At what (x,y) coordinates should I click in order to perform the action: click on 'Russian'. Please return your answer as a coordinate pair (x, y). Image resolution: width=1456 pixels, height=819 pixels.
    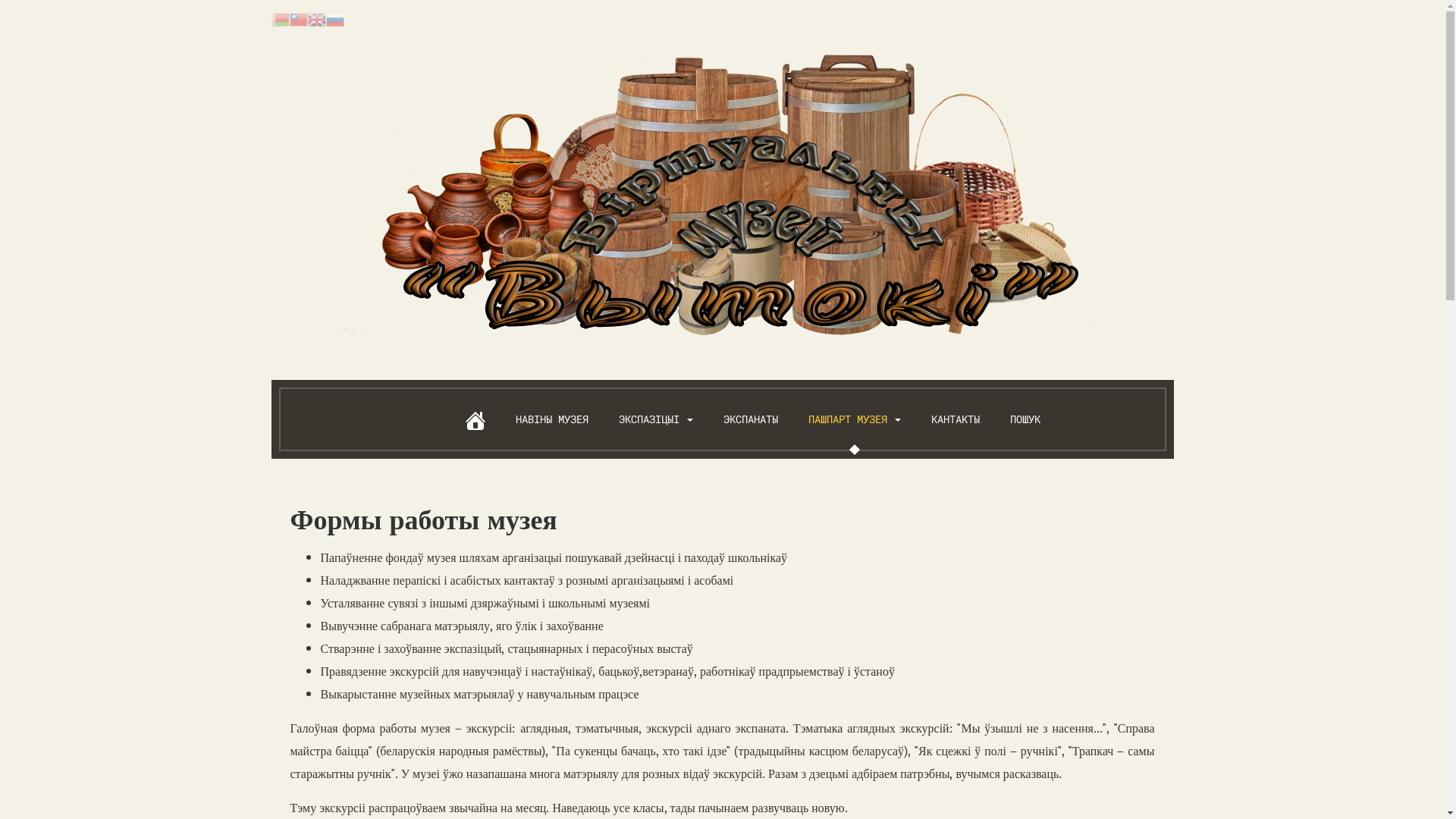
    Looking at the image, I should click on (334, 18).